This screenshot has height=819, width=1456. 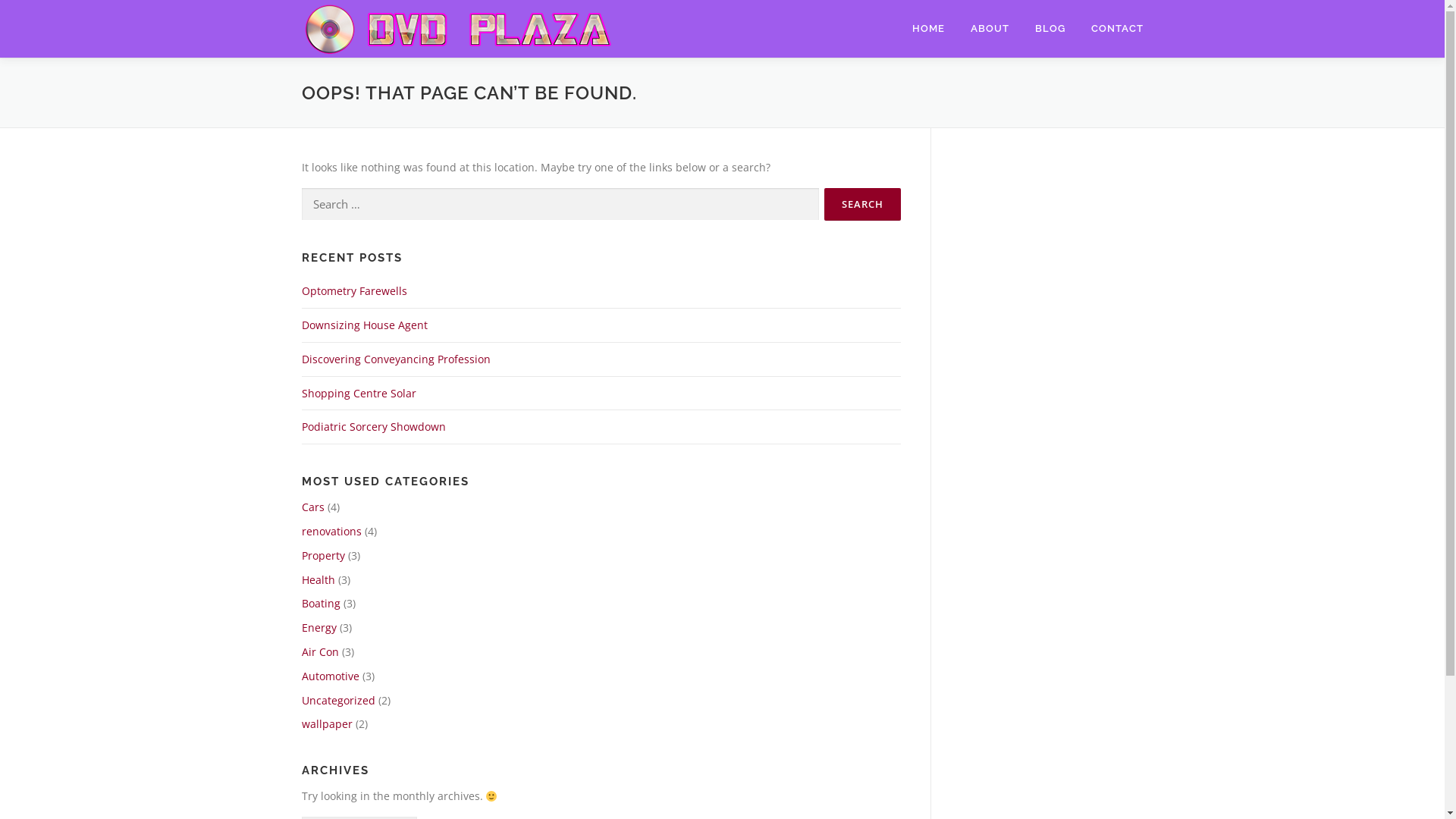 What do you see at coordinates (37, 8) in the screenshot?
I see `'Skip to content'` at bounding box center [37, 8].